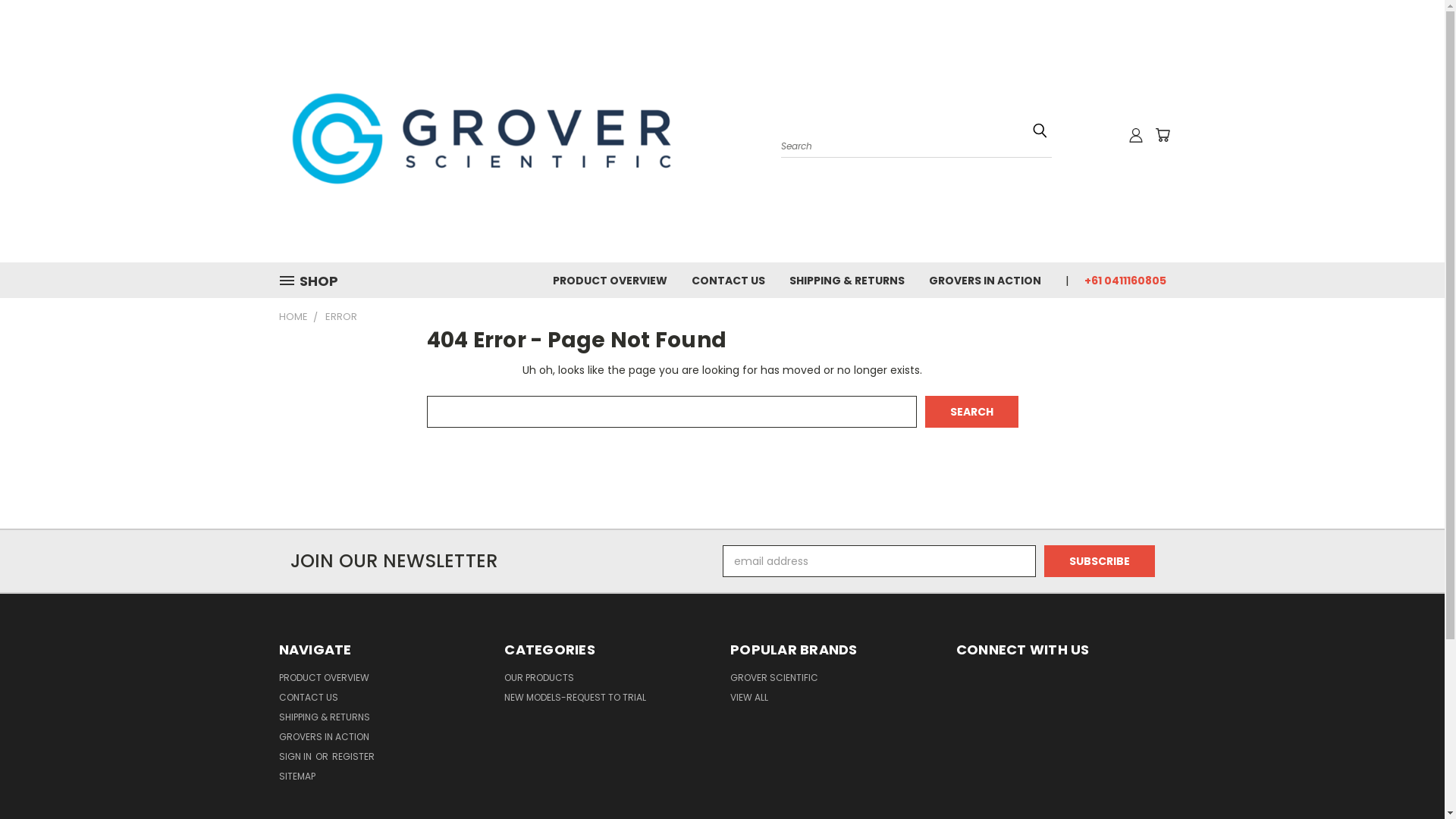 The height and width of the screenshot is (819, 1456). What do you see at coordinates (279, 739) in the screenshot?
I see `'GROVERS IN ACTION'` at bounding box center [279, 739].